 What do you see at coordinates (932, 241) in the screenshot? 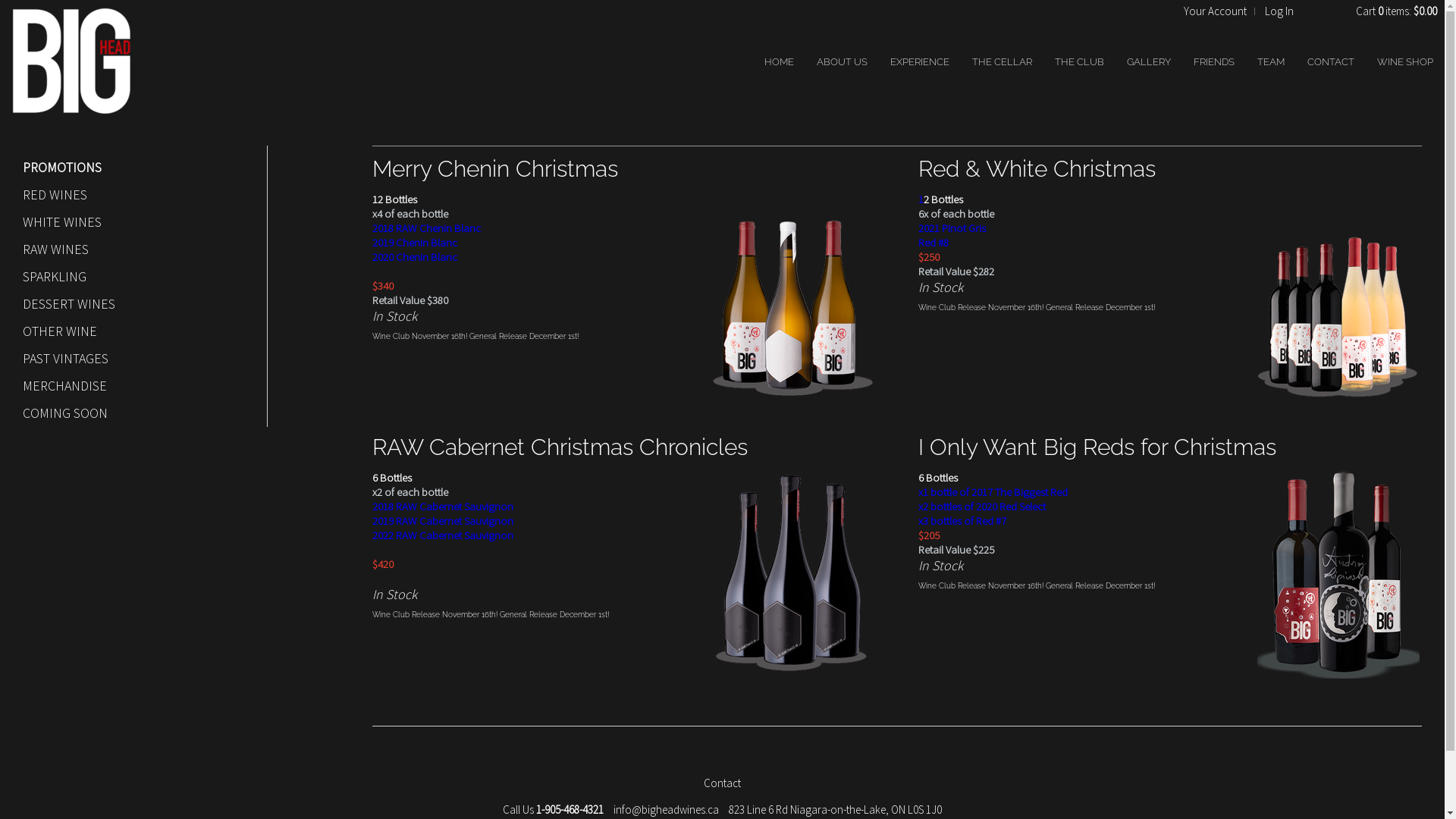
I see `'Red #8'` at bounding box center [932, 241].